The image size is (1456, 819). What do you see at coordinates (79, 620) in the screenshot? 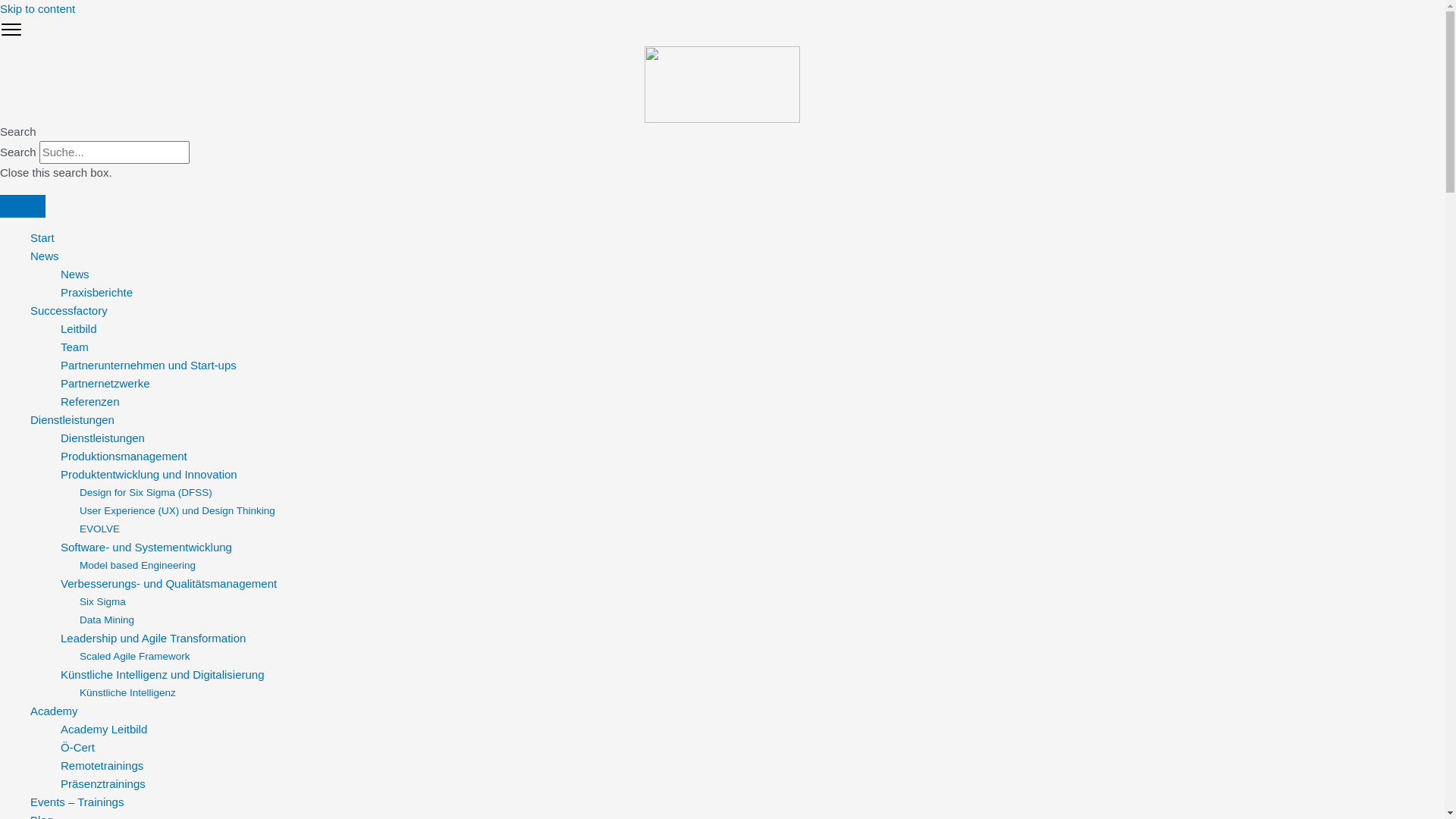
I see `'Data Mining'` at bounding box center [79, 620].